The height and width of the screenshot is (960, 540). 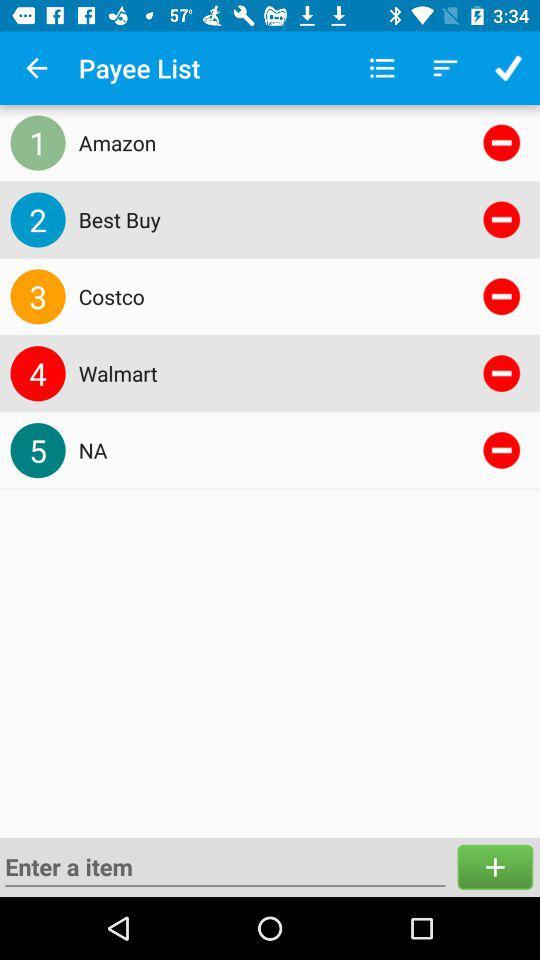 What do you see at coordinates (494, 866) in the screenshot?
I see `item option` at bounding box center [494, 866].